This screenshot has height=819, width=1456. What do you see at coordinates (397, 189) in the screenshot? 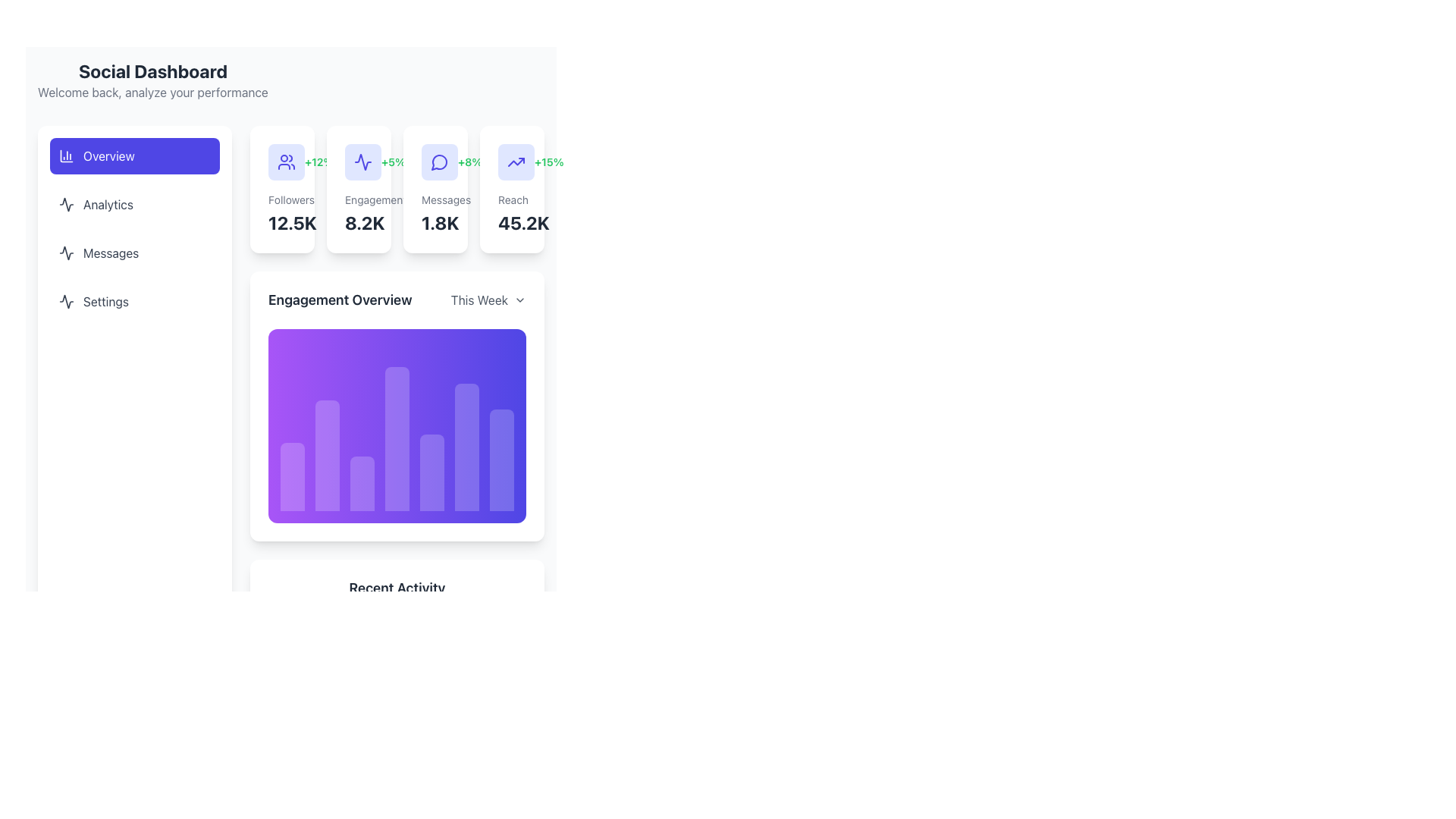
I see `the Information card that displays metrics, which is the second card in a row of four on the dashboard interface` at bounding box center [397, 189].